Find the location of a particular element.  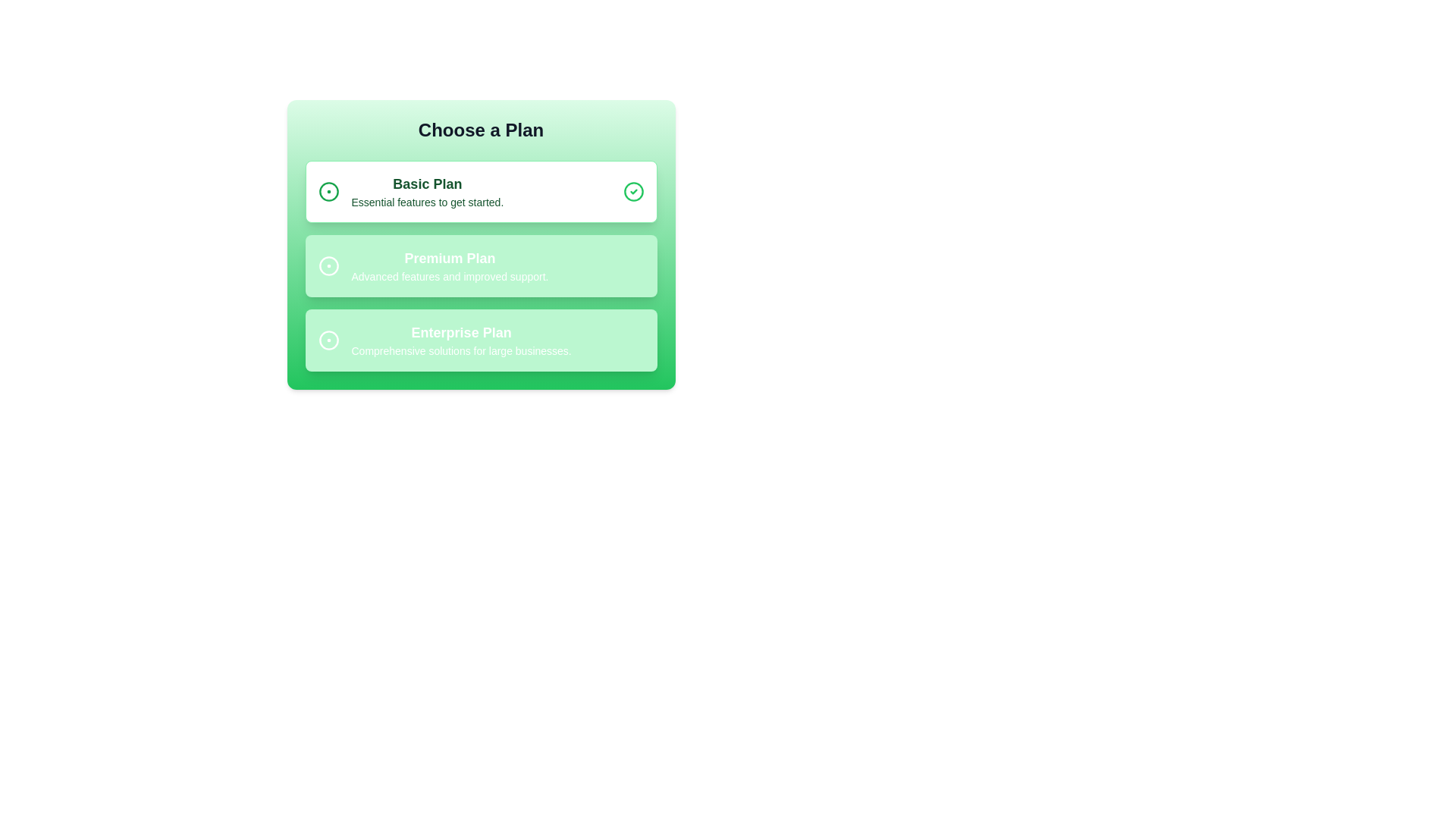

text label stating 'Essential features to get started.' which is styled in dark green and located below the title 'Basic Plan' on the main interface is located at coordinates (426, 201).